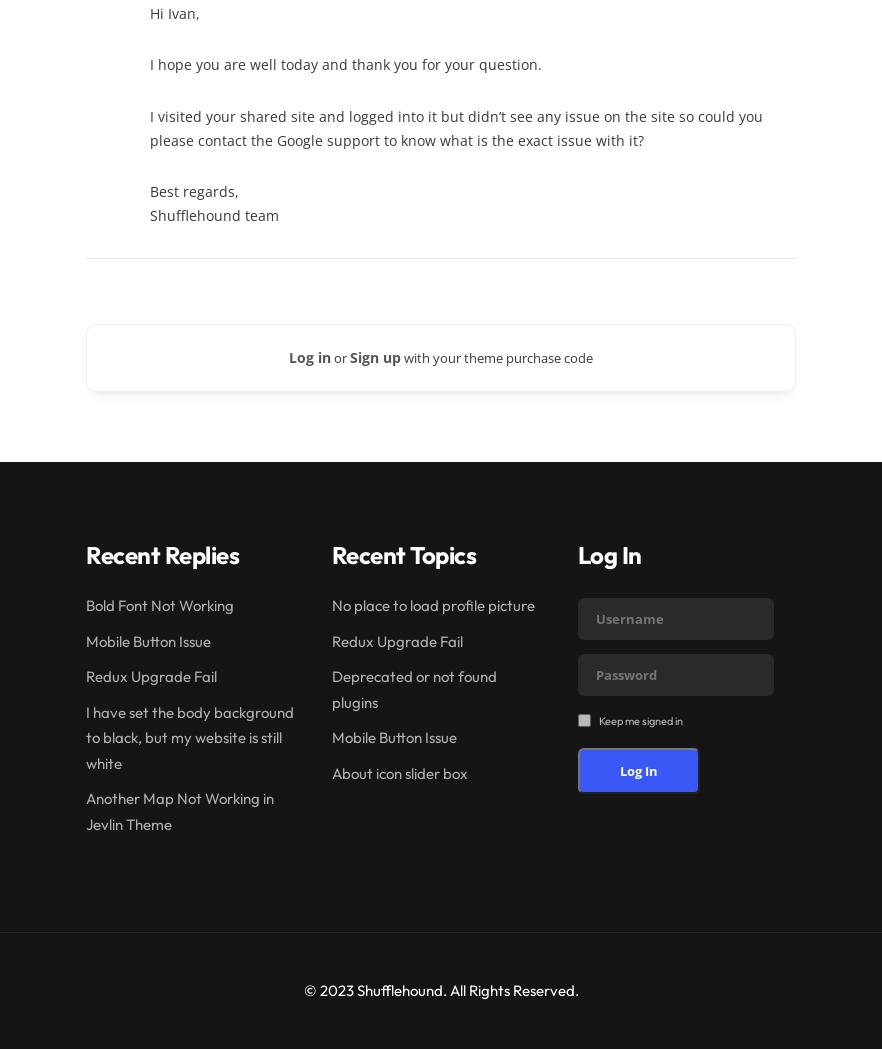  I want to click on 'Log in', so click(309, 356).